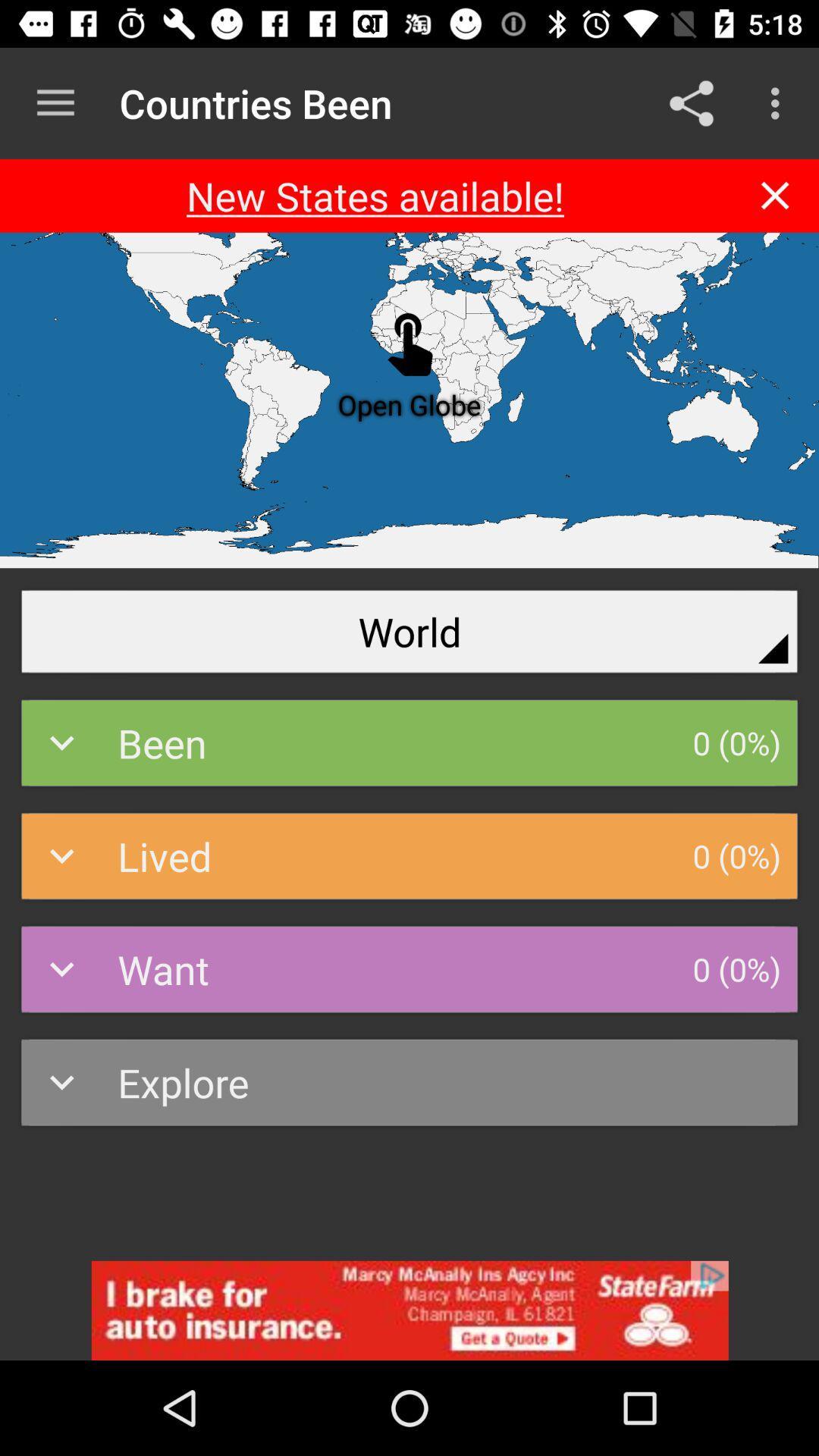  What do you see at coordinates (55, 102) in the screenshot?
I see `open menu` at bounding box center [55, 102].